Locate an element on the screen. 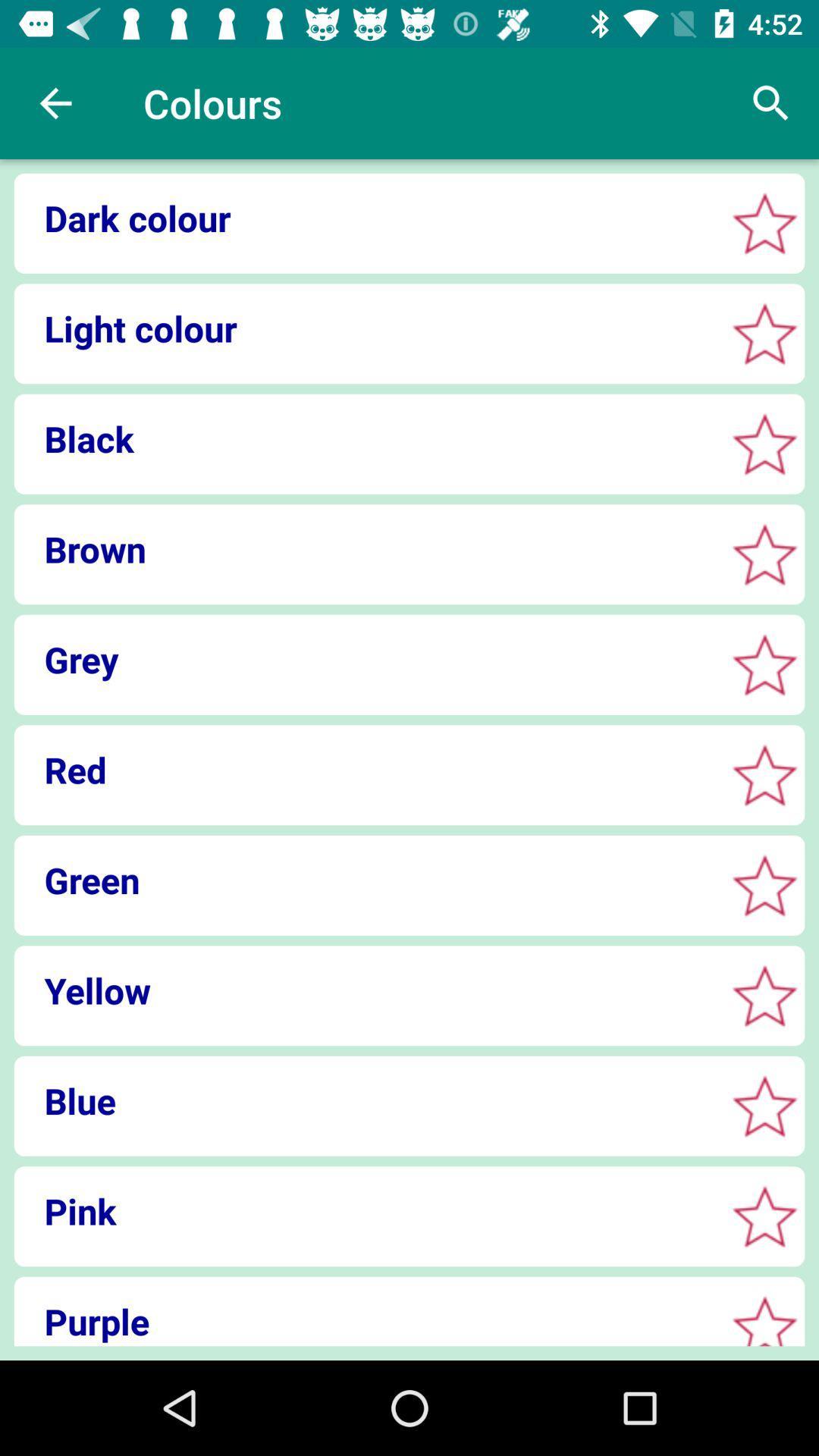 Image resolution: width=819 pixels, height=1456 pixels. favorite is located at coordinates (764, 1216).